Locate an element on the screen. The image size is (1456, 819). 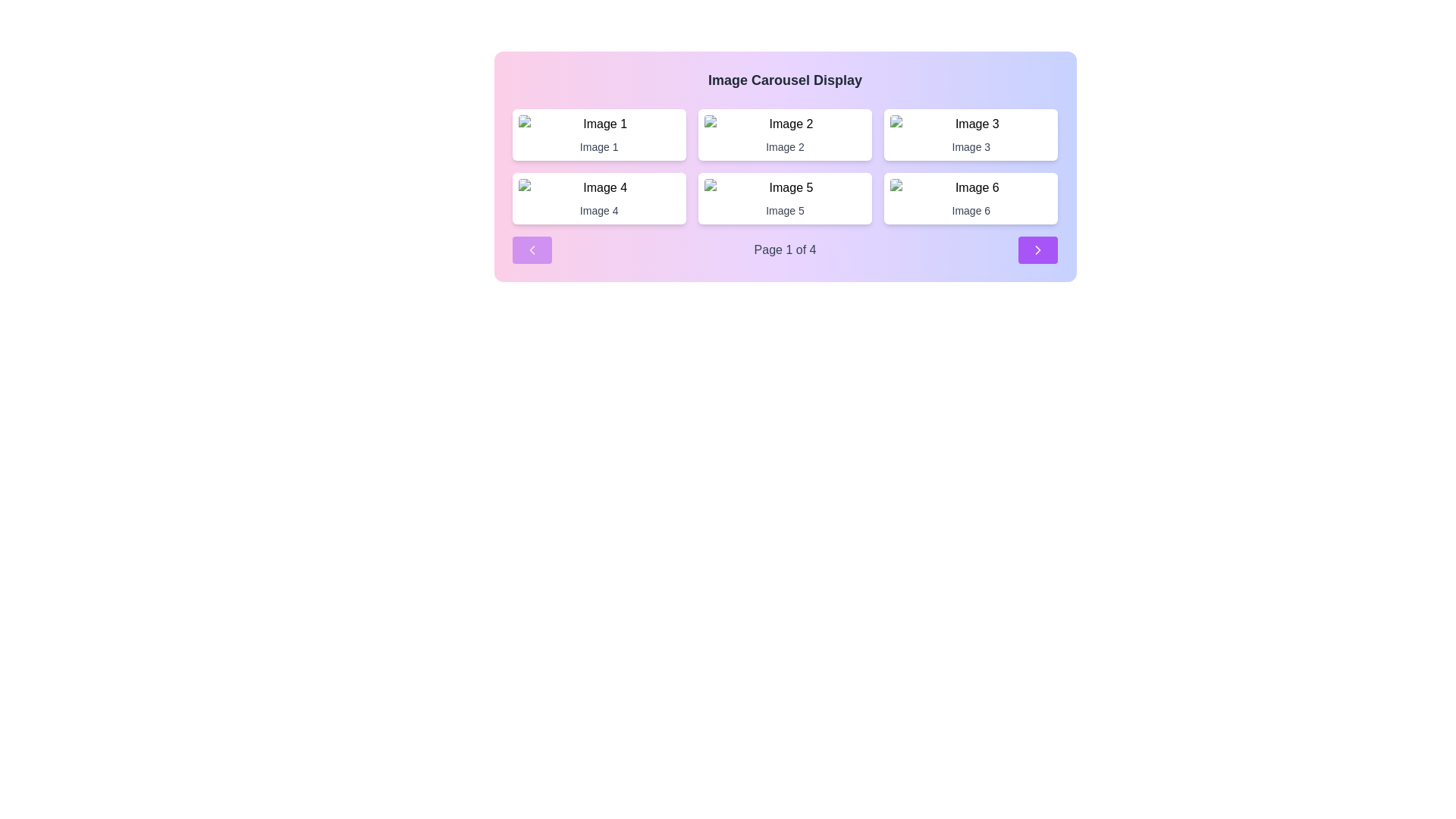
the image in the Card component labeled 'Image 3' is located at coordinates (971, 133).